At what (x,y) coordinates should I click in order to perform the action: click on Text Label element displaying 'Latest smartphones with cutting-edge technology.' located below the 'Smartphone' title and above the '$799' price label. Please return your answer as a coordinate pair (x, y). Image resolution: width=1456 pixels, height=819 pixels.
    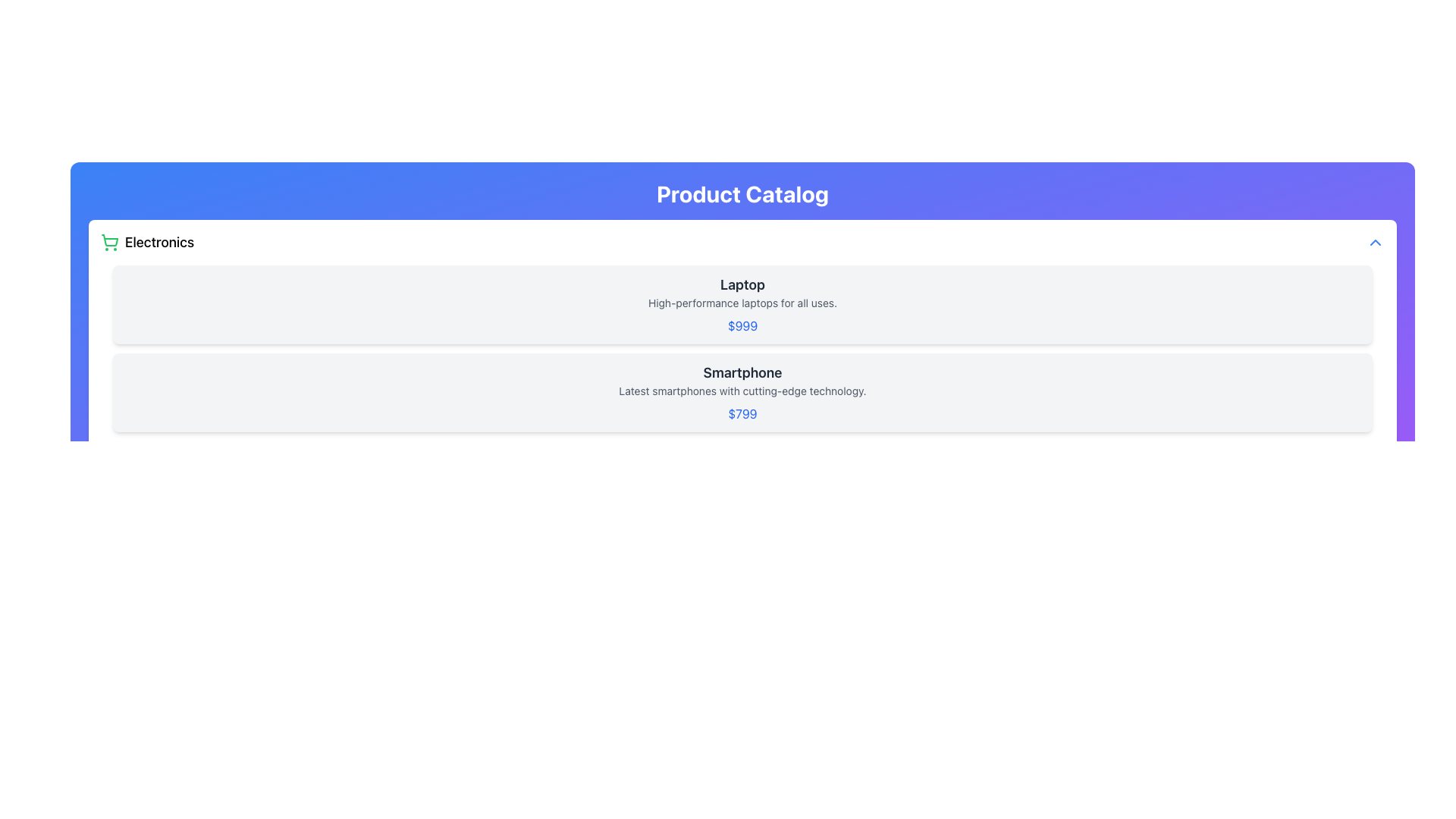
    Looking at the image, I should click on (742, 391).